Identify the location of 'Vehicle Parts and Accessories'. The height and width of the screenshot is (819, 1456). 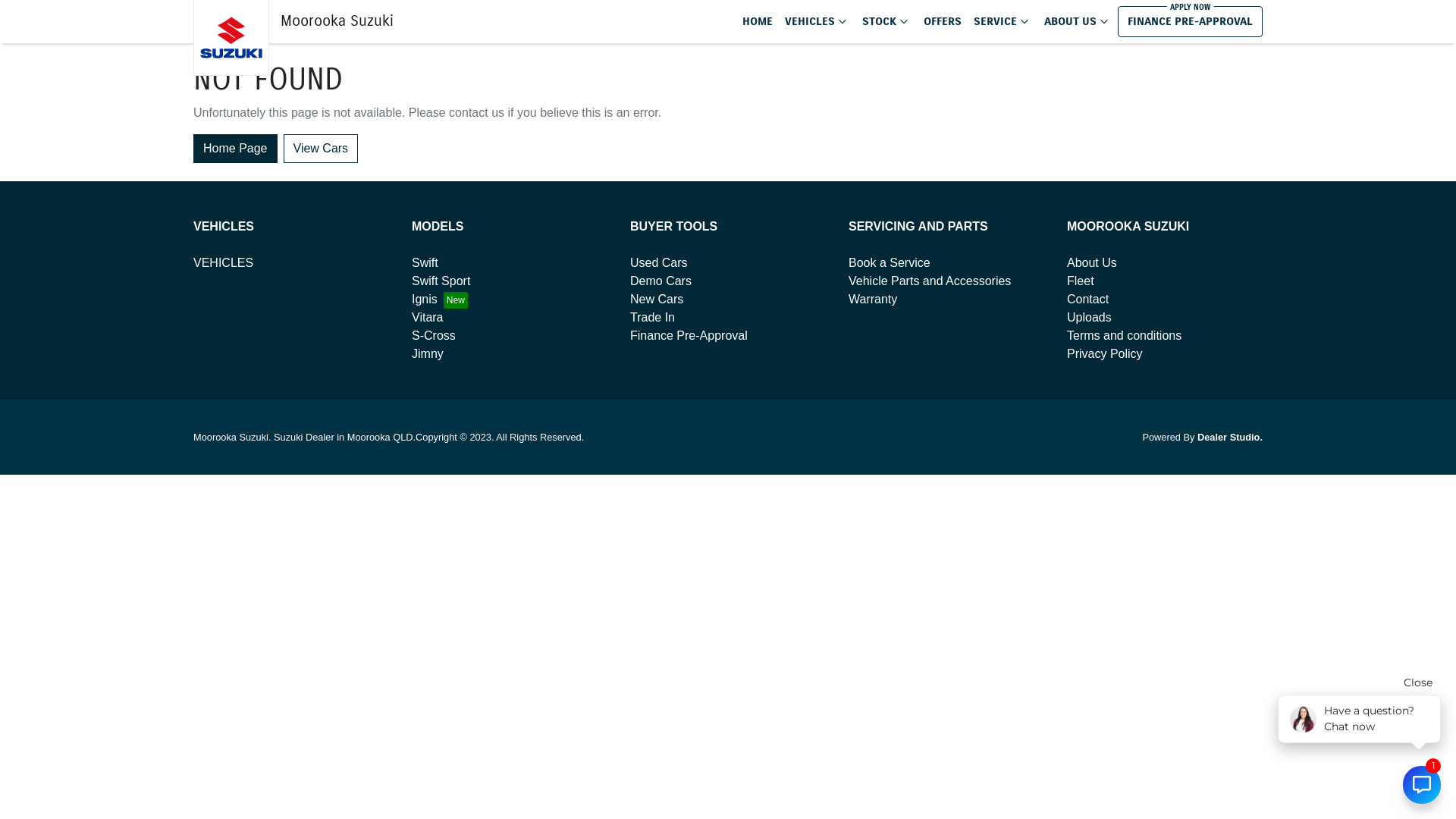
(928, 281).